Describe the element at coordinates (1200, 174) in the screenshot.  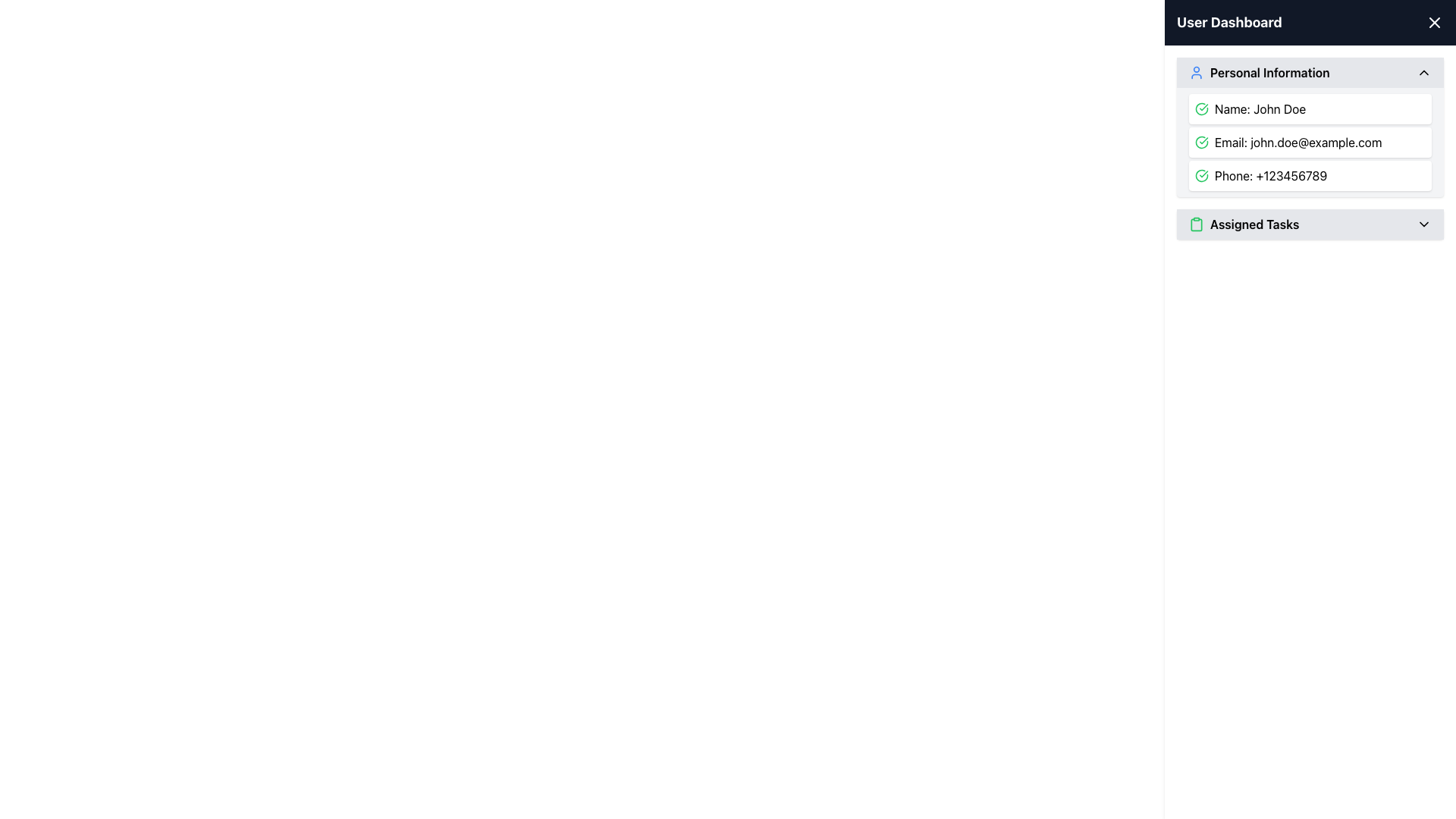
I see `the visual state of the circular green outlined icon with a checkmark, located next to the text 'Phone: +123456789'` at that location.